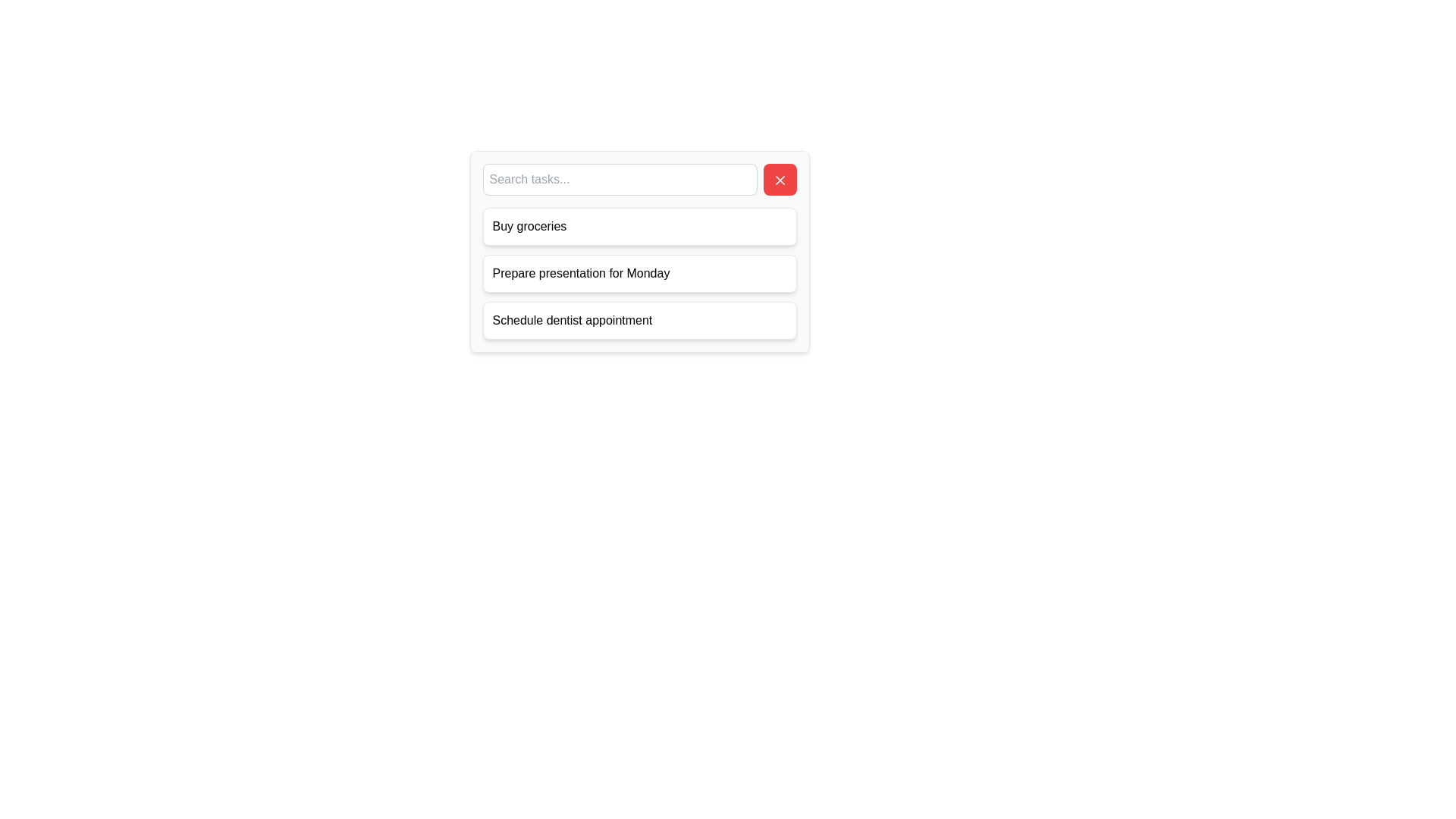  I want to click on the text label displaying 'Schedule dentist appointment', which is the third item in a vertically-aligned list of text labels, so click(571, 320).